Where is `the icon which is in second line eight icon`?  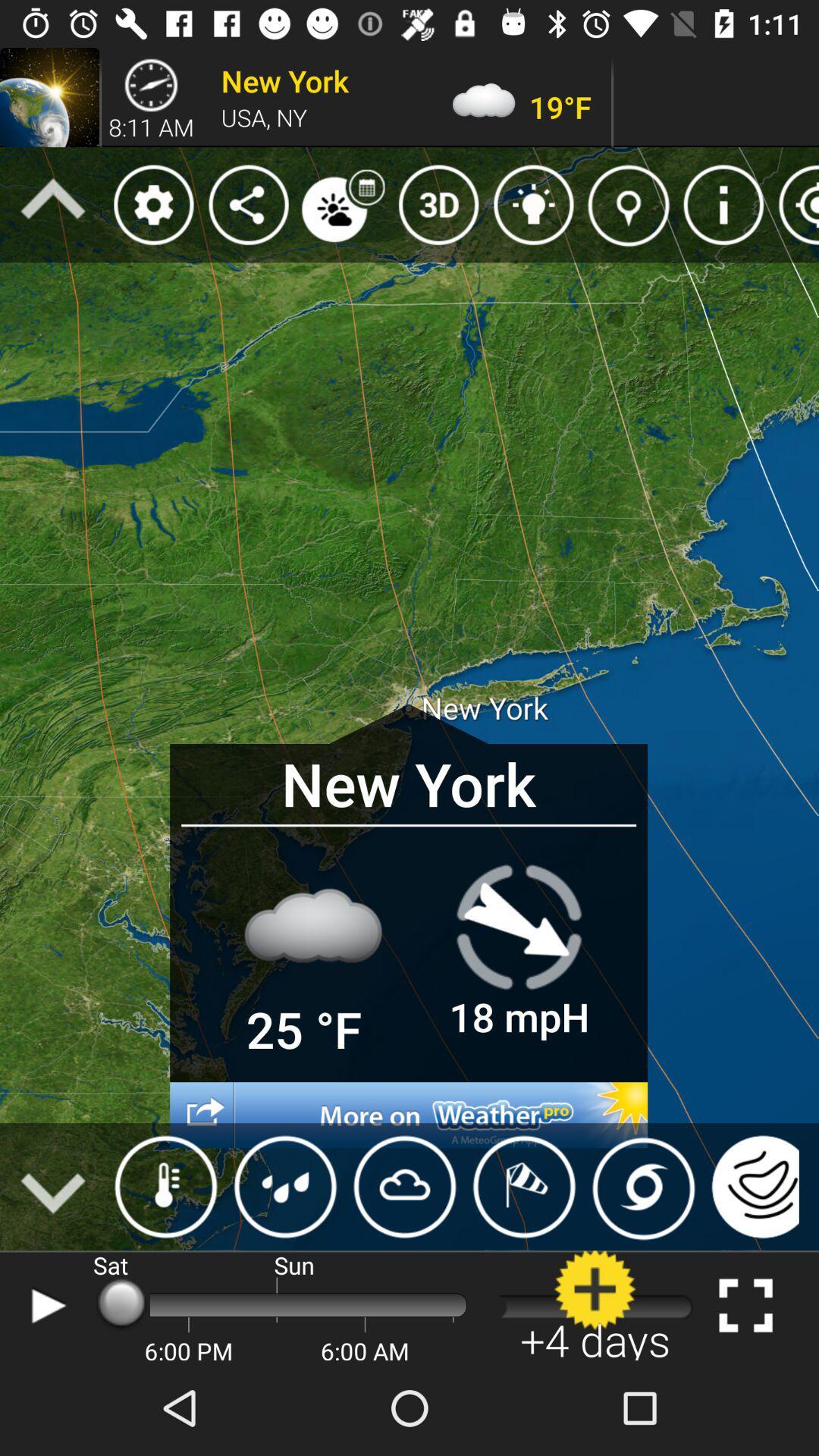
the icon which is in second line eight icon is located at coordinates (723, 204).